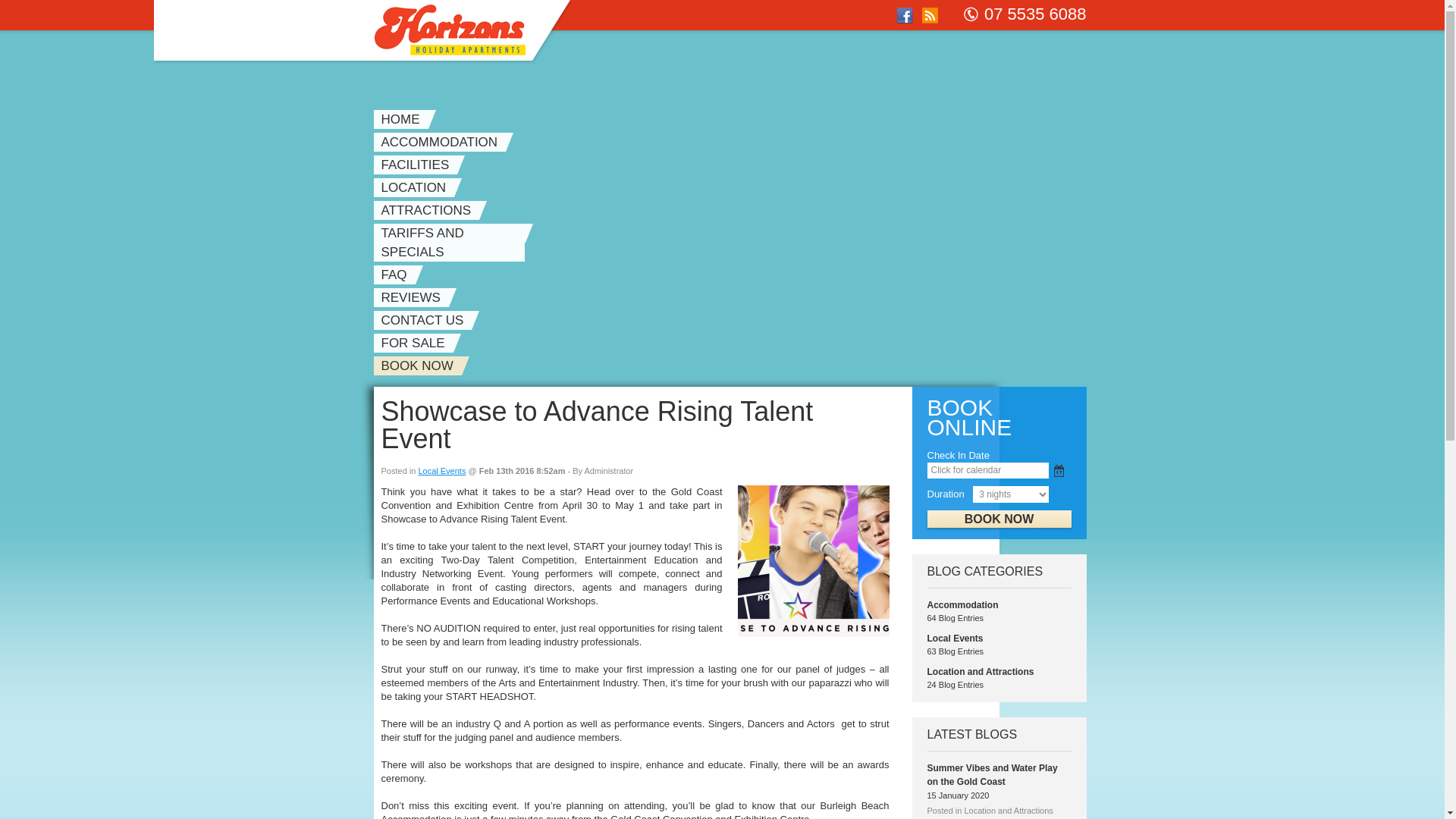 This screenshot has height=819, width=1456. I want to click on 'CONTACT US', so click(372, 319).